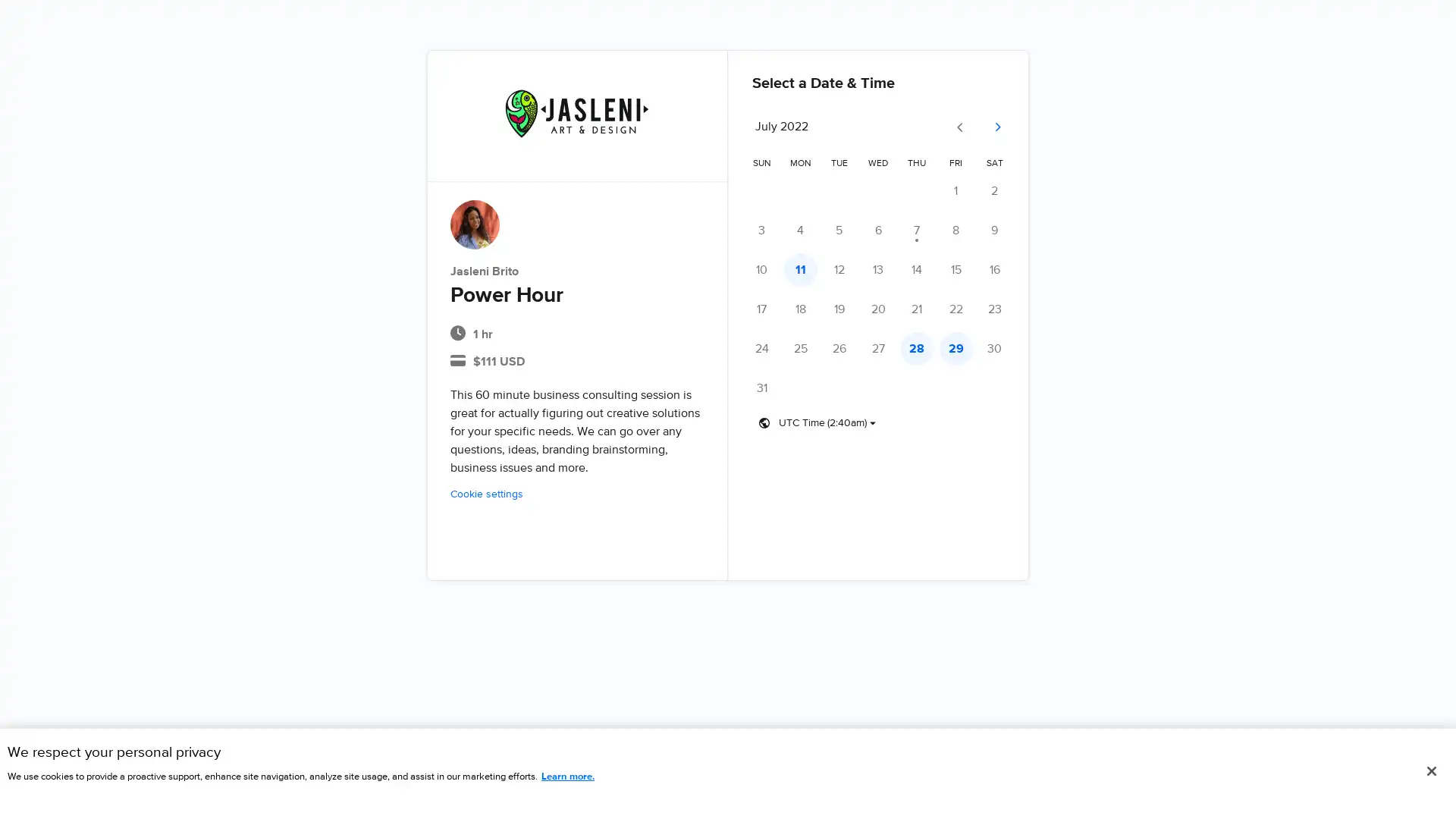 The height and width of the screenshot is (819, 1456). Describe the element at coordinates (839, 268) in the screenshot. I see `Tuesday, July 12 - No times available` at that location.